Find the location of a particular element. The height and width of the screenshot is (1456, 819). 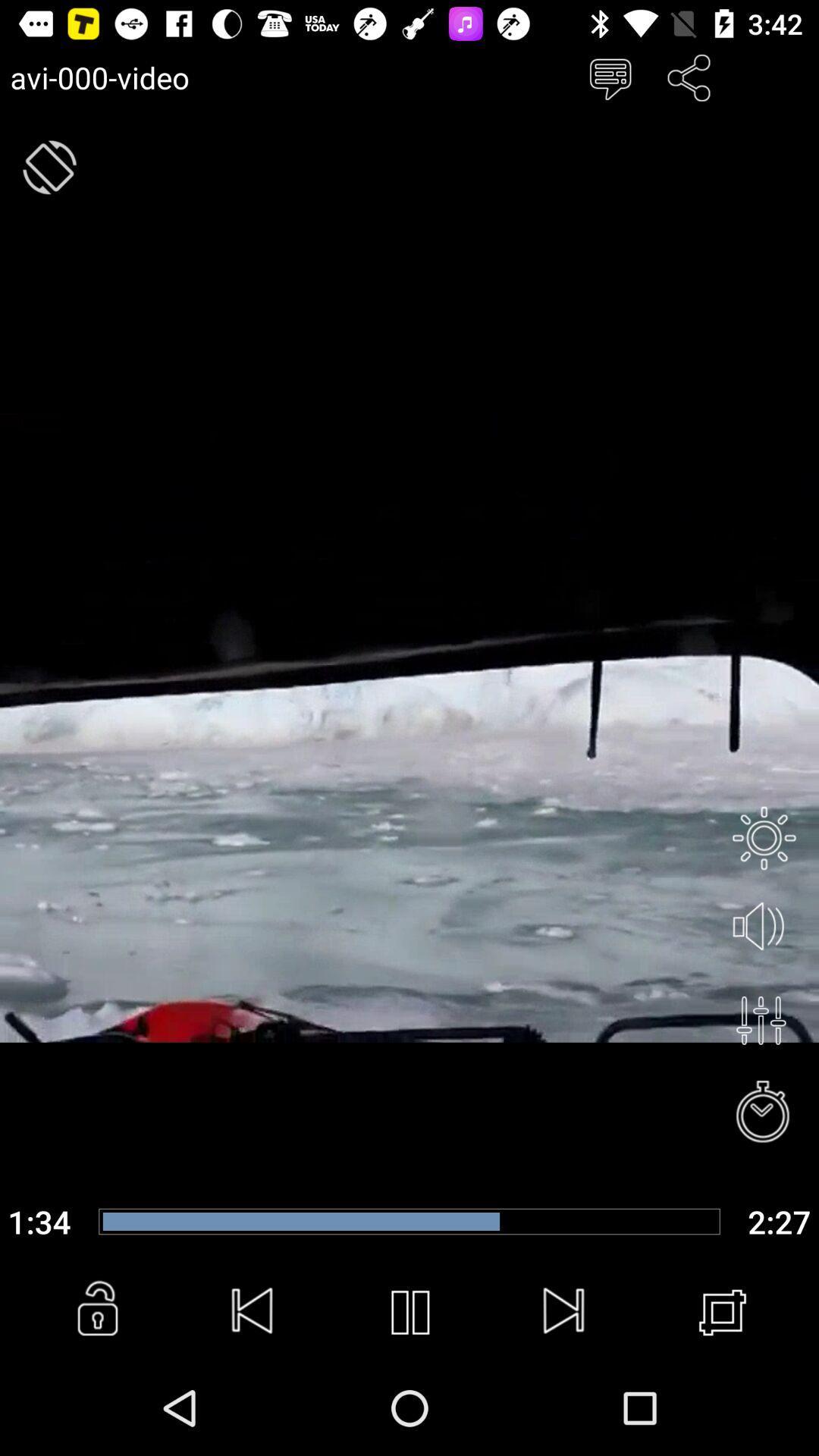

share button is located at coordinates (689, 77).